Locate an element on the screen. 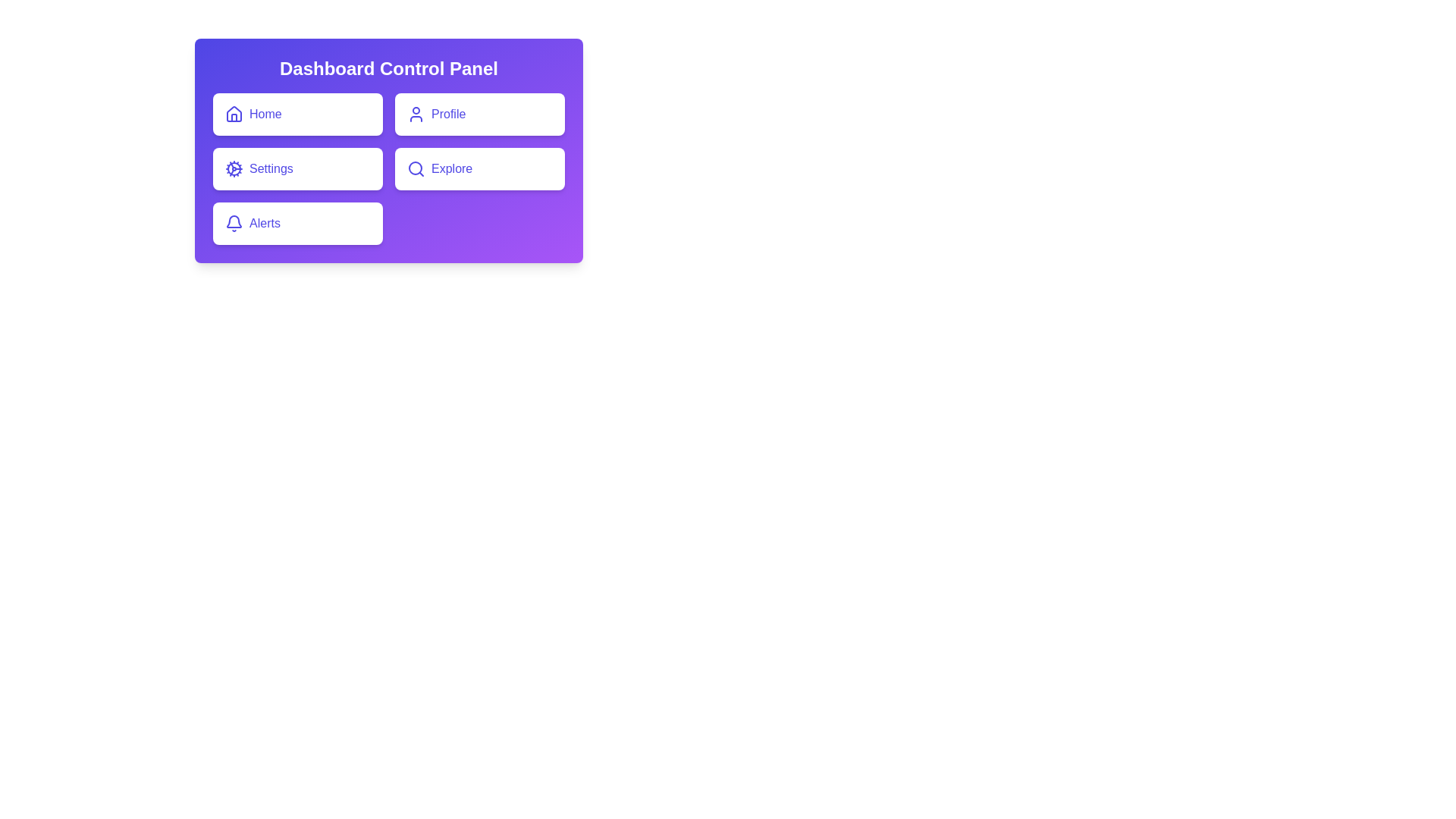 This screenshot has width=1456, height=819. the search icon located within the 'Explore' button on the Dashboard Control Panel, positioned to the left of the text label 'Explore' is located at coordinates (416, 169).